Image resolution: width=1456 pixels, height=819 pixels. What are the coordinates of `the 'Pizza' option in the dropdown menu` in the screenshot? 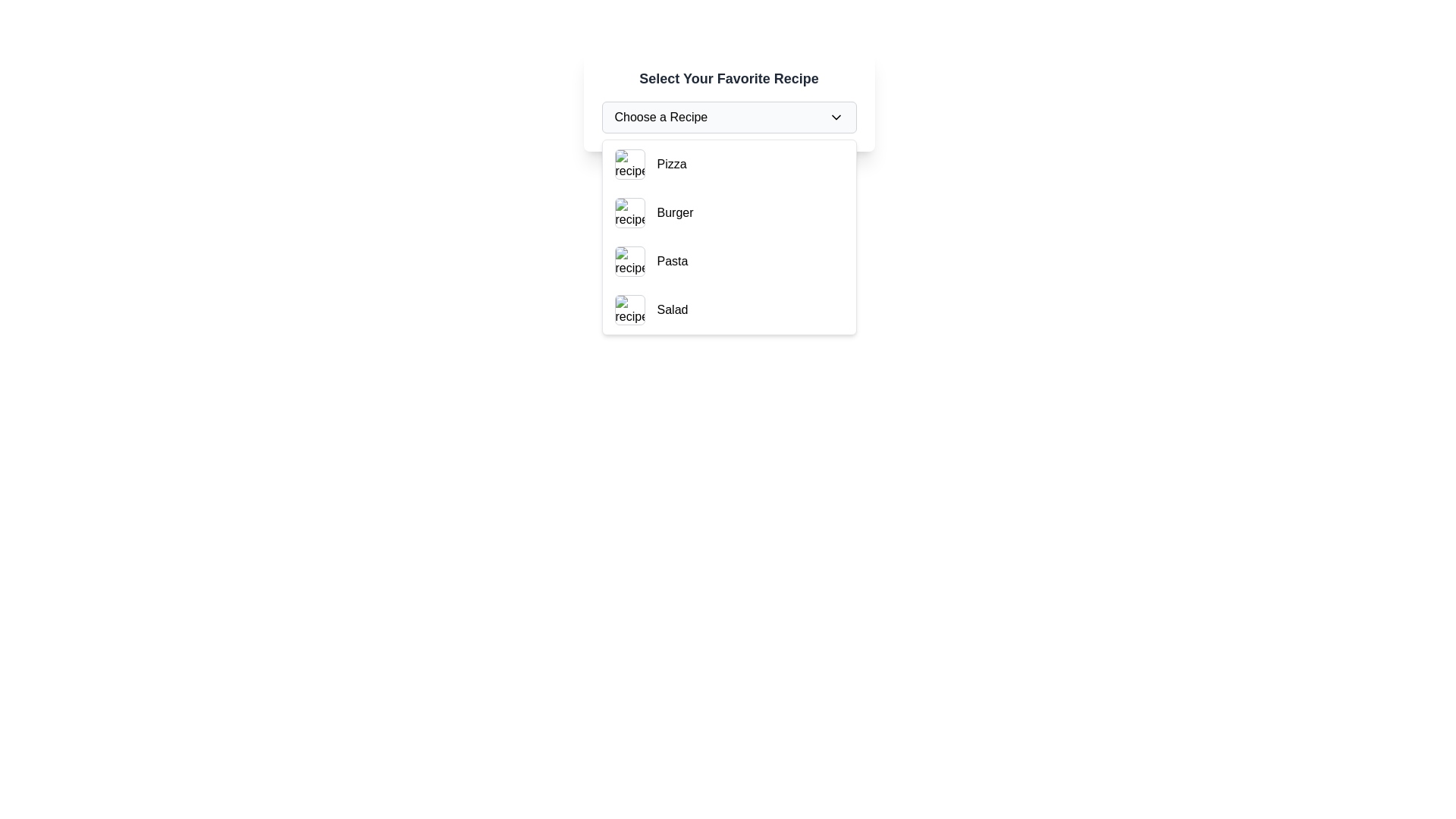 It's located at (671, 164).